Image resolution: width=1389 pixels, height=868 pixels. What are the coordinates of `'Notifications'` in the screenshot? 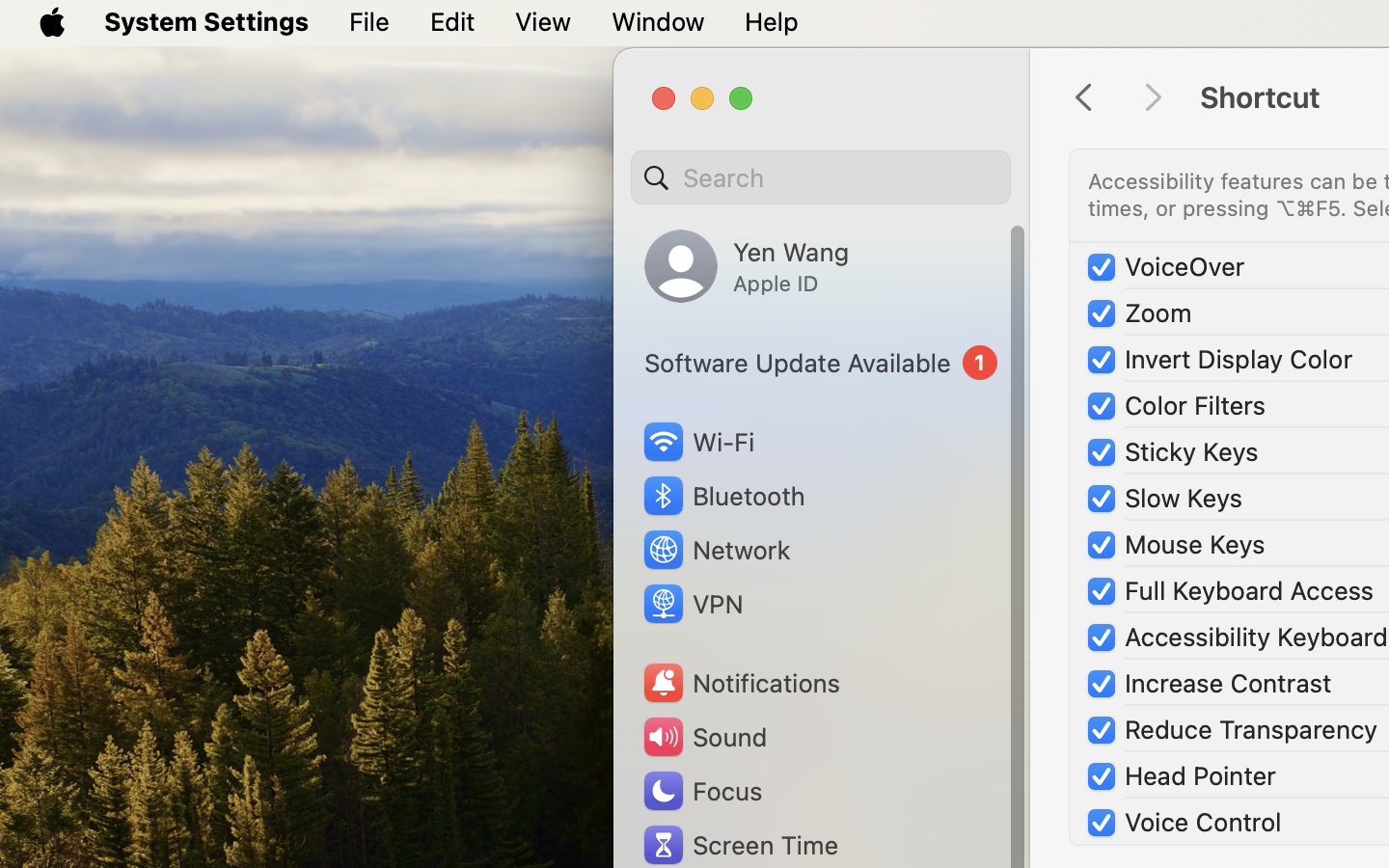 It's located at (739, 682).